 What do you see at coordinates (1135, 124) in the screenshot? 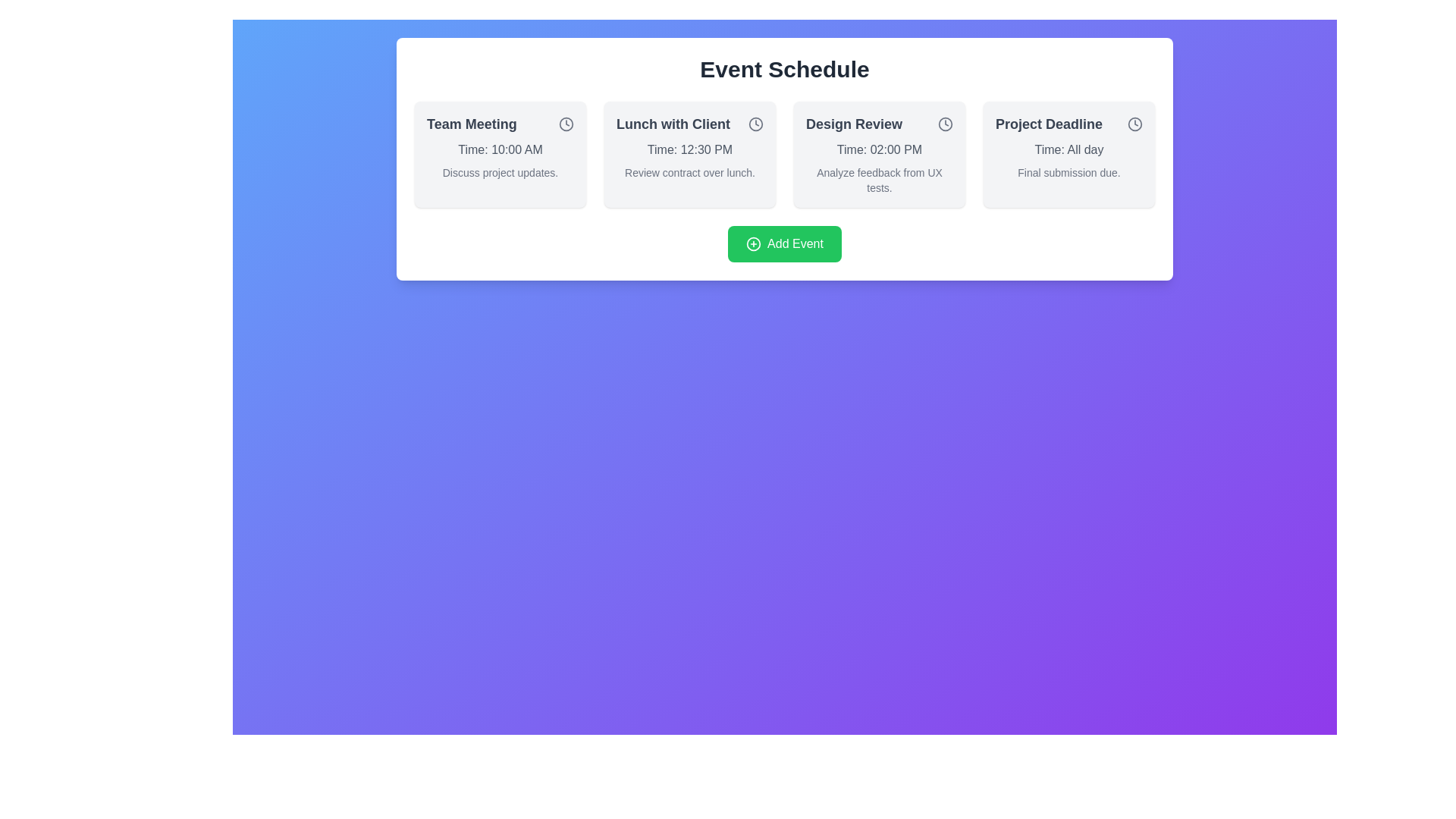
I see `the central circle of the clock-like icon located in the top-right of the 'Project Deadline' section in the event card layout` at bounding box center [1135, 124].